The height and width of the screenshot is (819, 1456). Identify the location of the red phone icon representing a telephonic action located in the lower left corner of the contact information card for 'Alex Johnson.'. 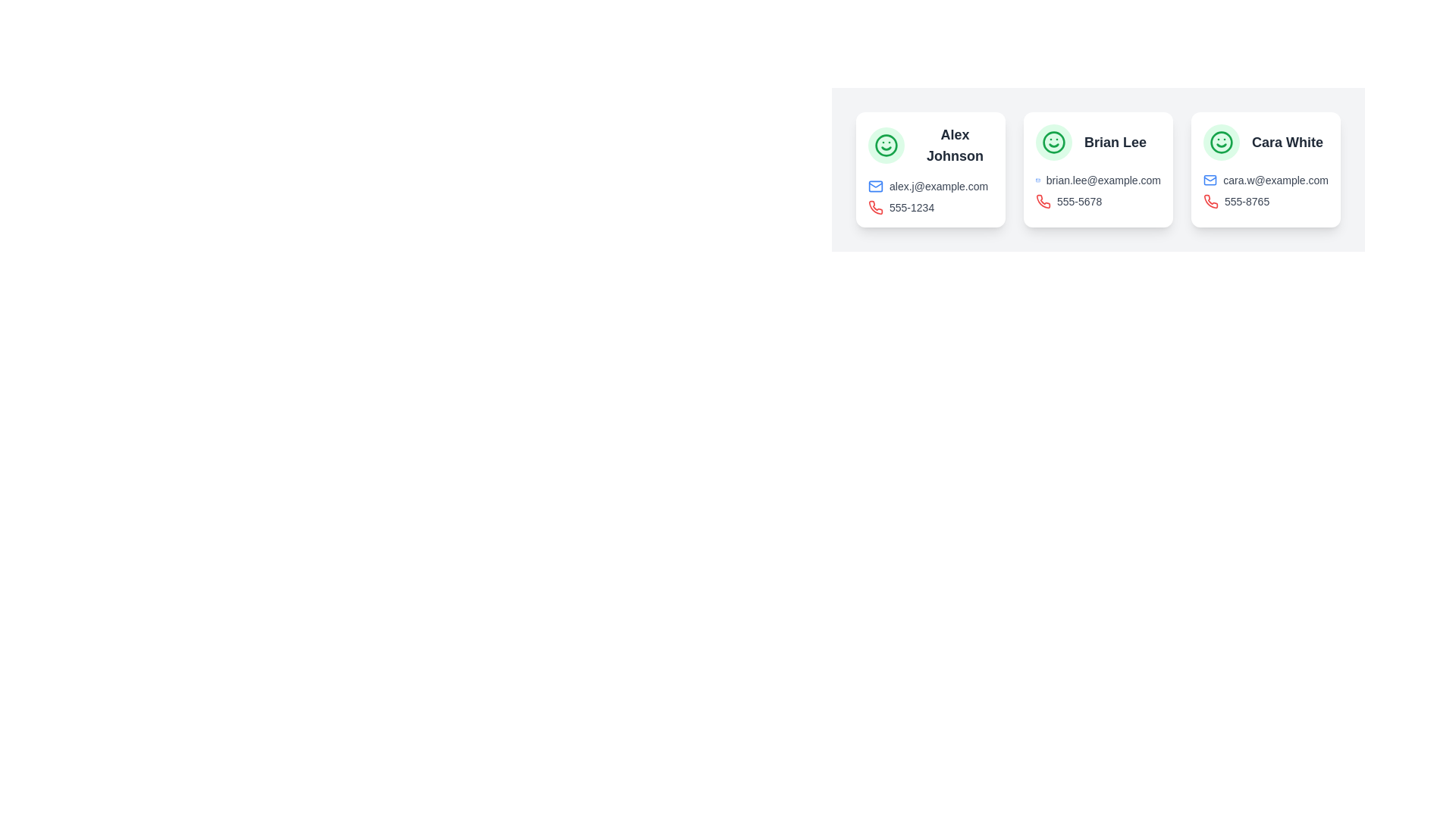
(876, 207).